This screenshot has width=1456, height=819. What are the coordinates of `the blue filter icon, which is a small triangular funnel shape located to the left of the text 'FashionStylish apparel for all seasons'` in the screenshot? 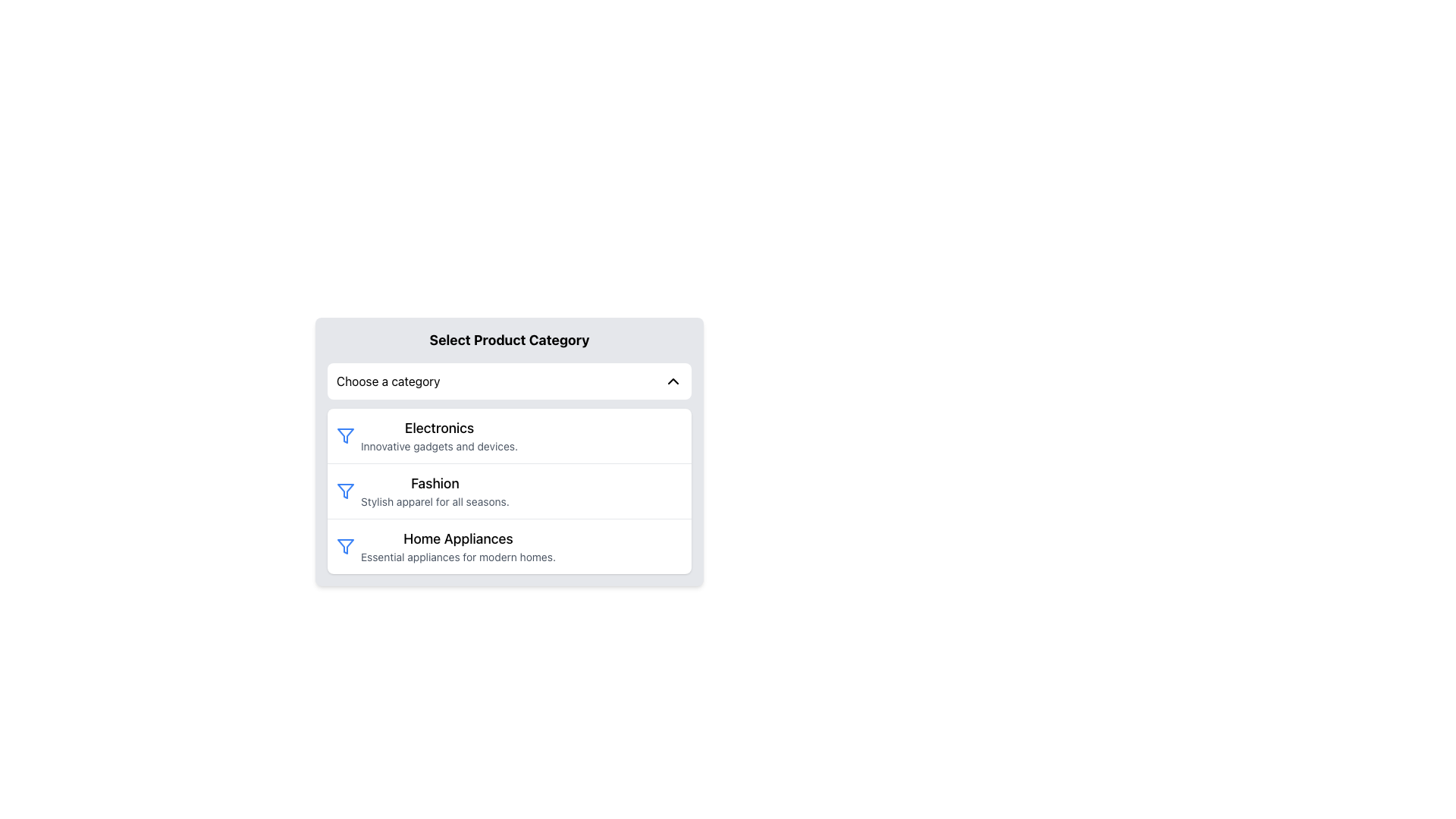 It's located at (345, 491).